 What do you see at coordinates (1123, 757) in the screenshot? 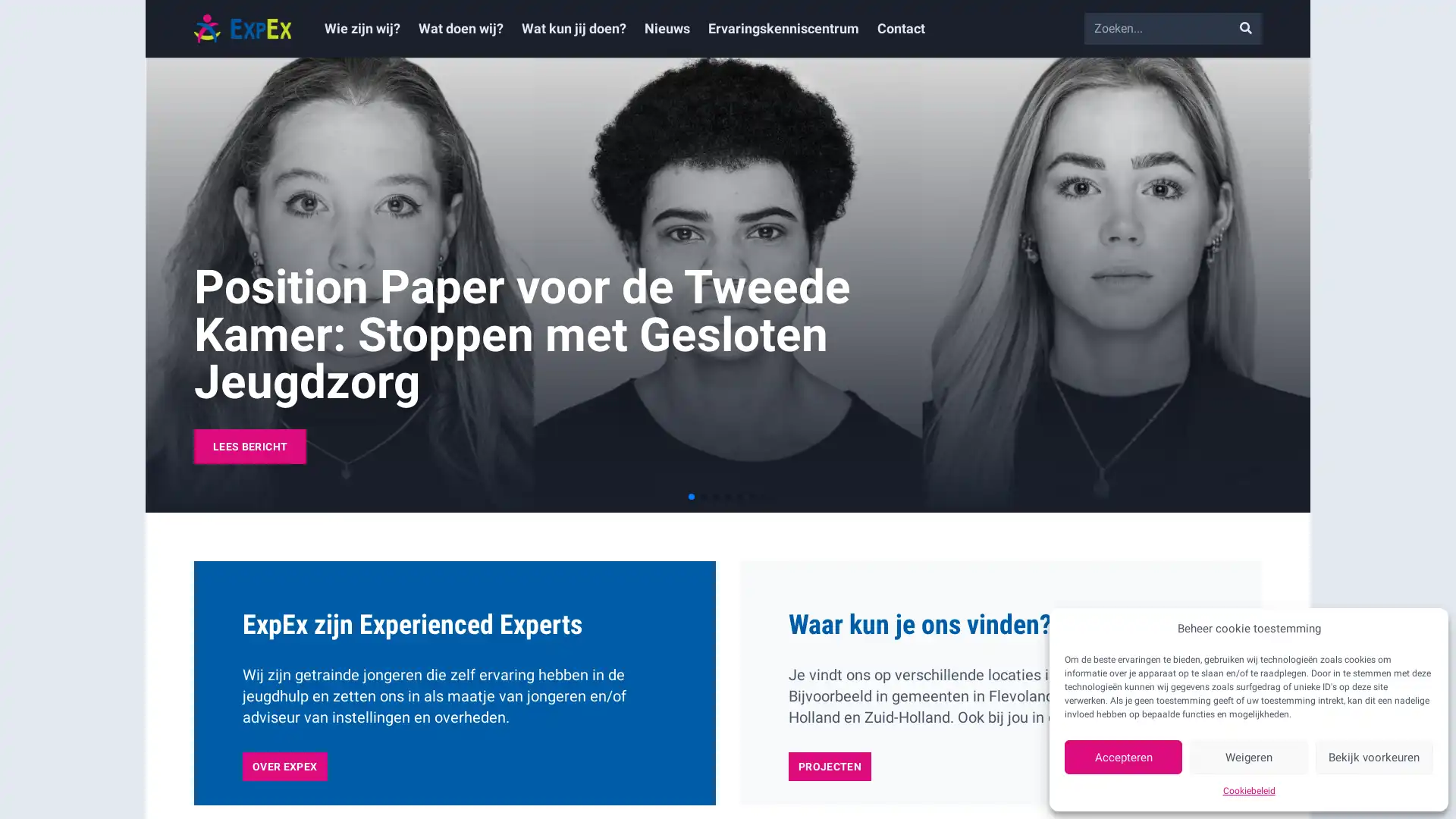
I see `Accepteren` at bounding box center [1123, 757].